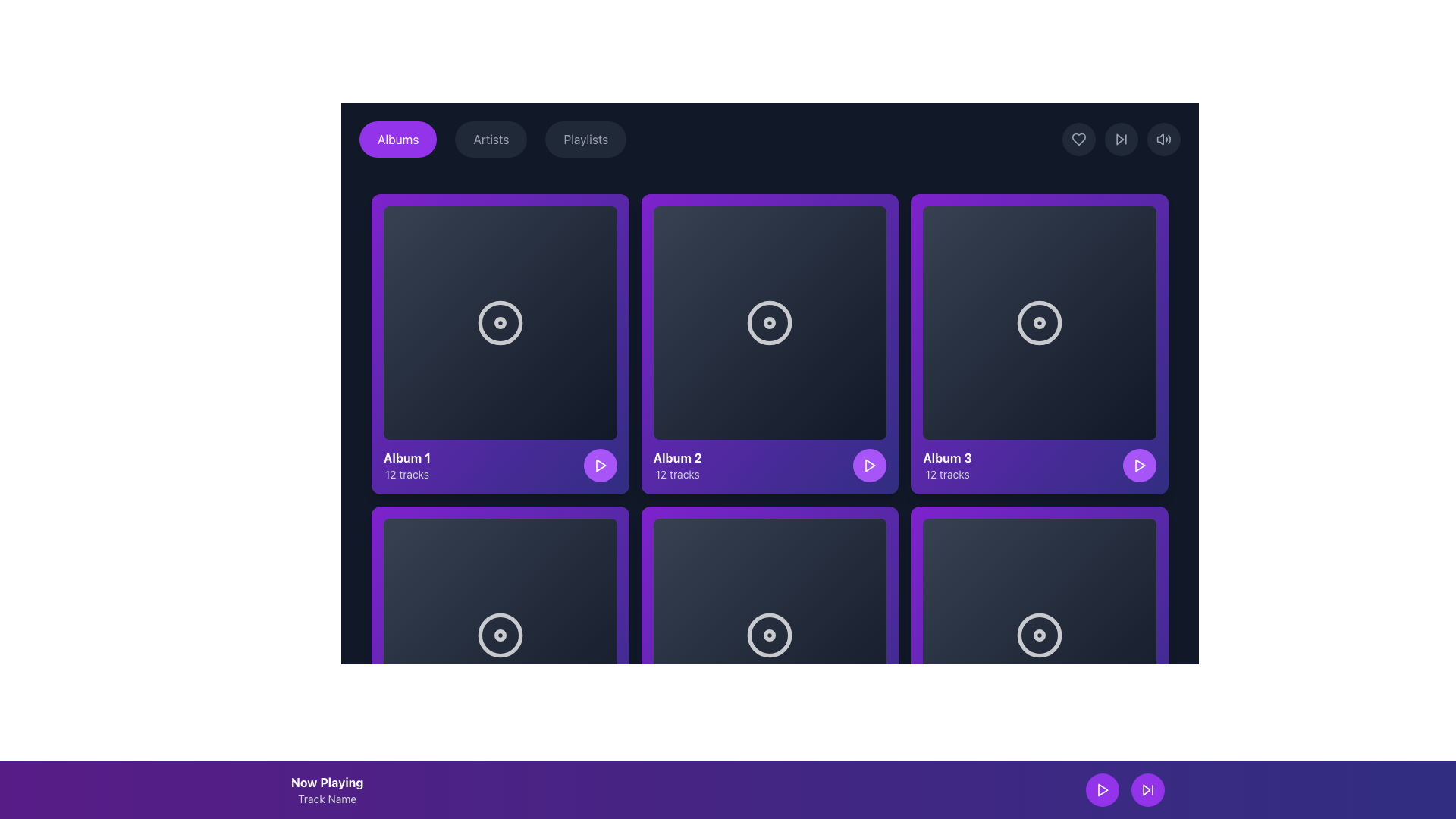  What do you see at coordinates (946, 473) in the screenshot?
I see `text label indicating the number of tracks present in the associated album, which is positioned beneath 'Album 3' in the Albums section` at bounding box center [946, 473].